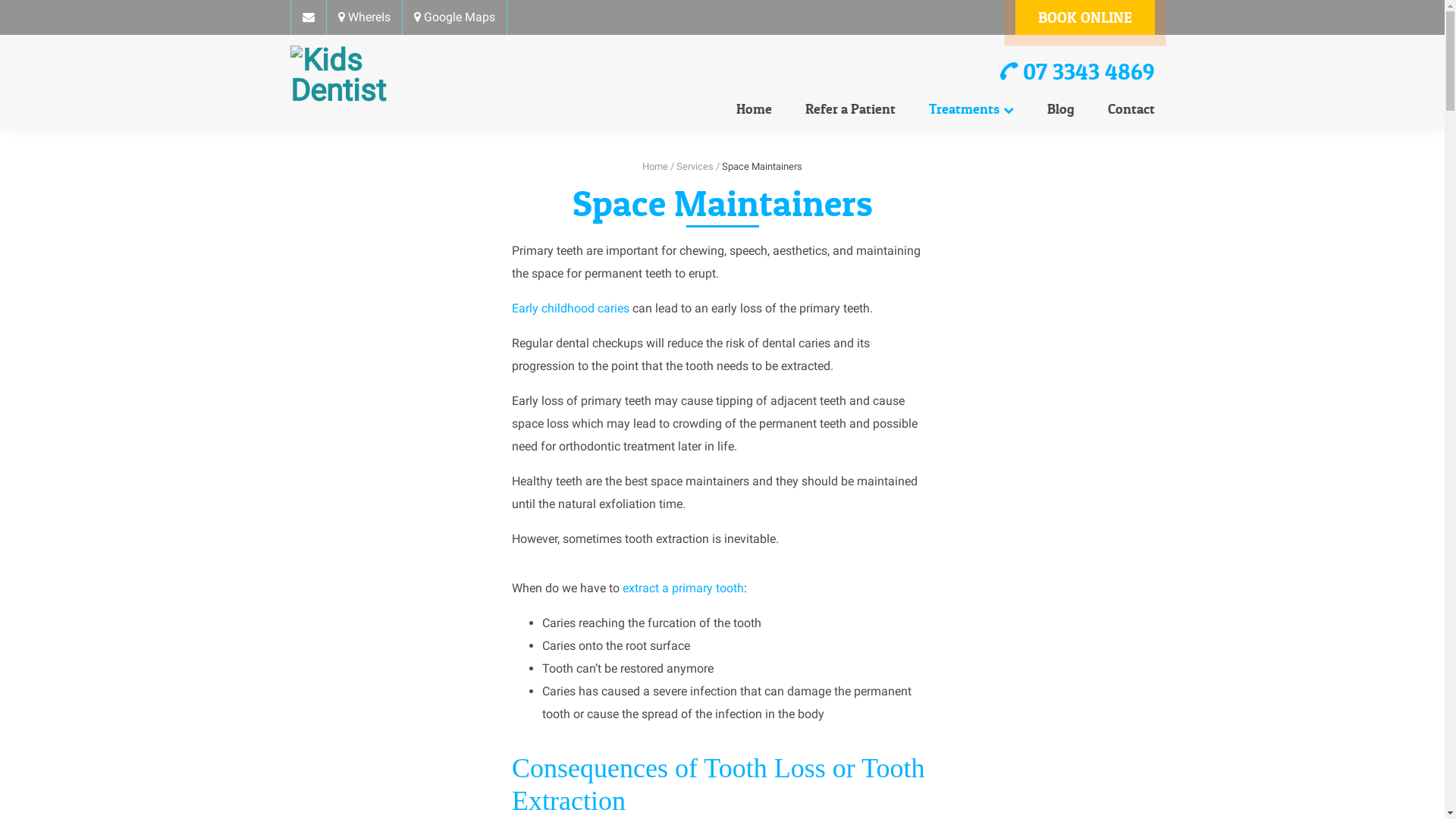 The height and width of the screenshot is (819, 1456). What do you see at coordinates (362, 17) in the screenshot?
I see `'WhereIs'` at bounding box center [362, 17].